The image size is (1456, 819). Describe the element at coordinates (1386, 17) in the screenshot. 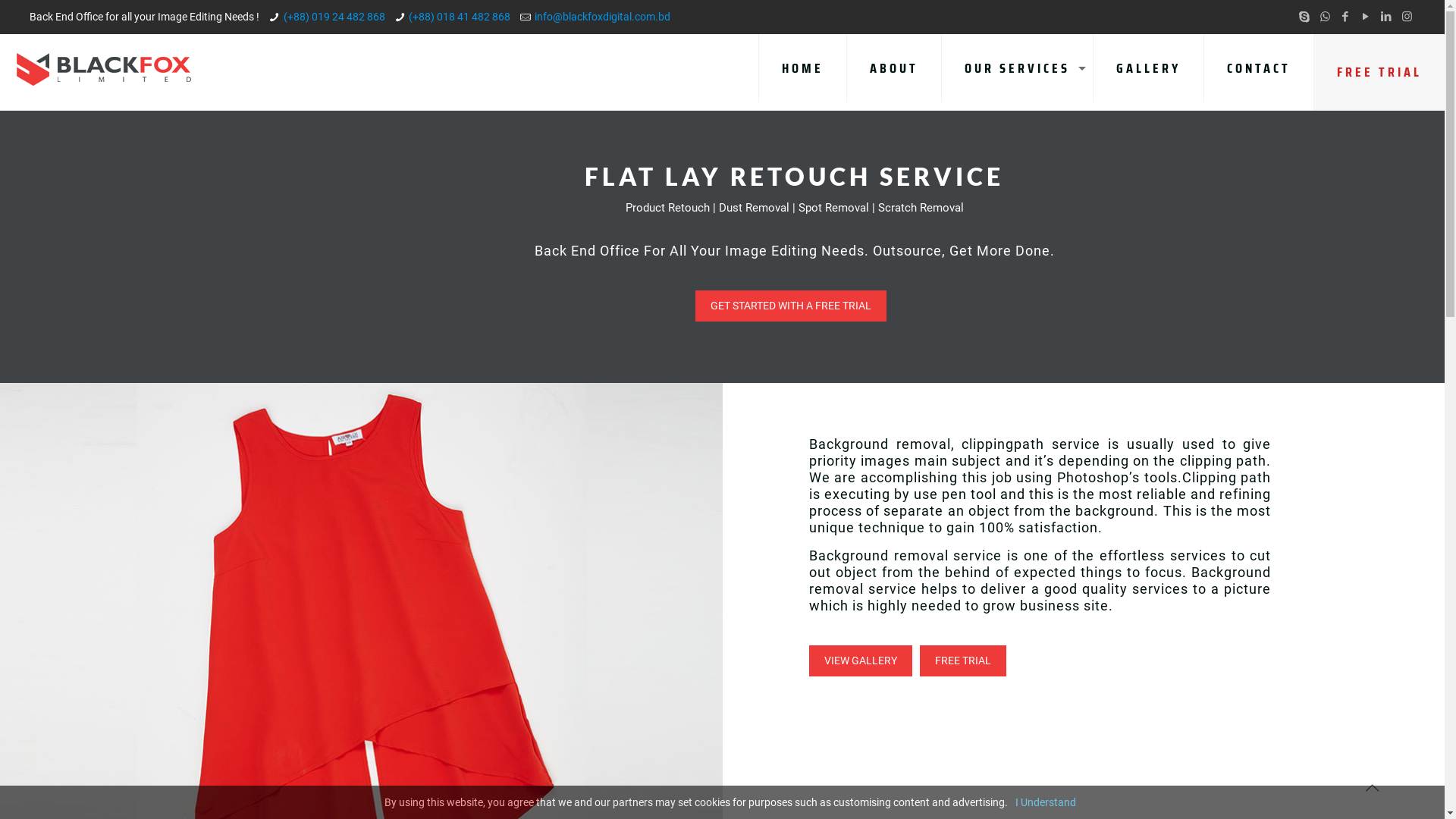

I see `'LinkedIn'` at that location.